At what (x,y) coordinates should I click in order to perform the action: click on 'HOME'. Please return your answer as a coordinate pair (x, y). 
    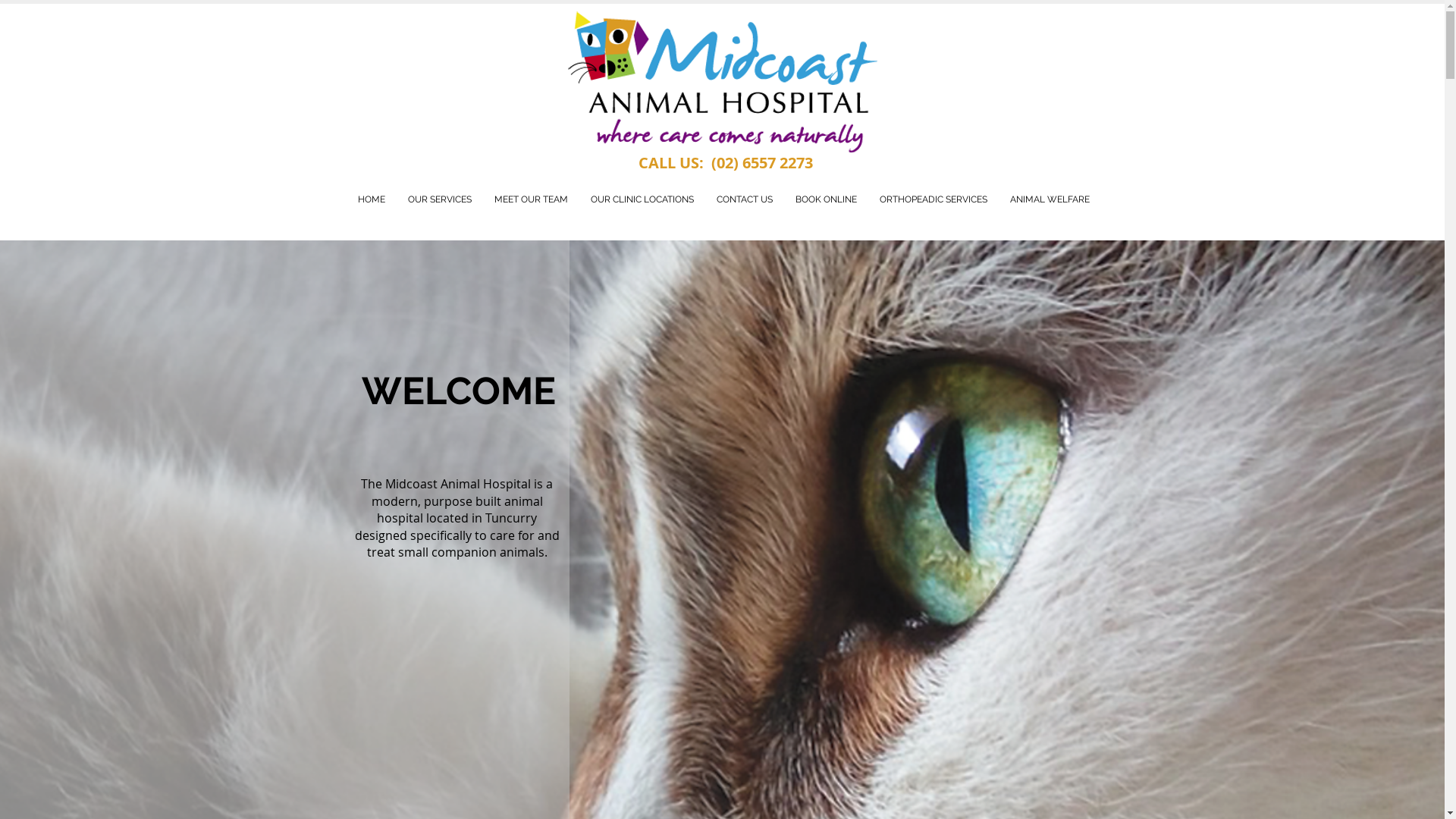
    Looking at the image, I should click on (371, 199).